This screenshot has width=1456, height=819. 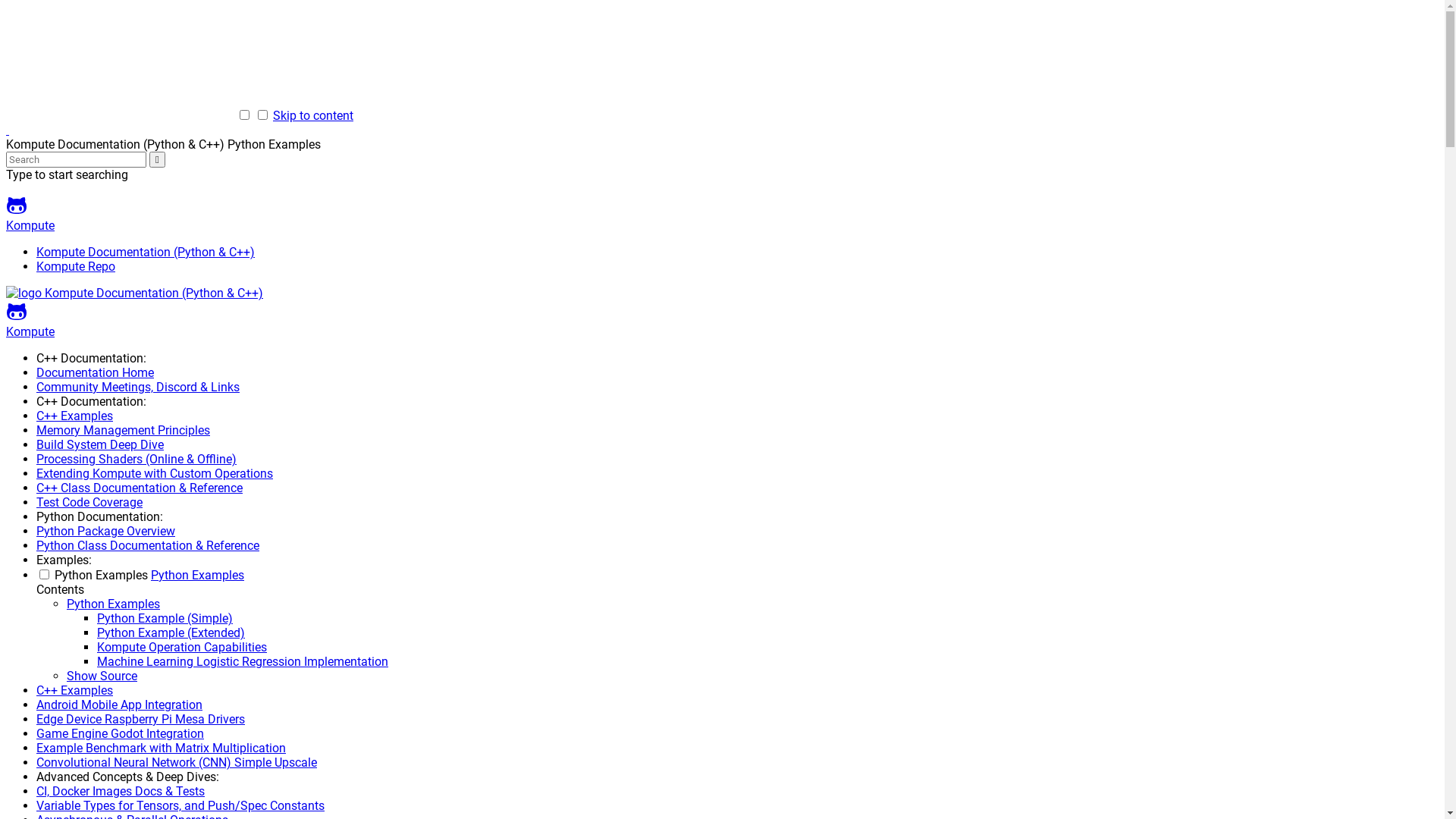 I want to click on 'Show Source', so click(x=101, y=675).